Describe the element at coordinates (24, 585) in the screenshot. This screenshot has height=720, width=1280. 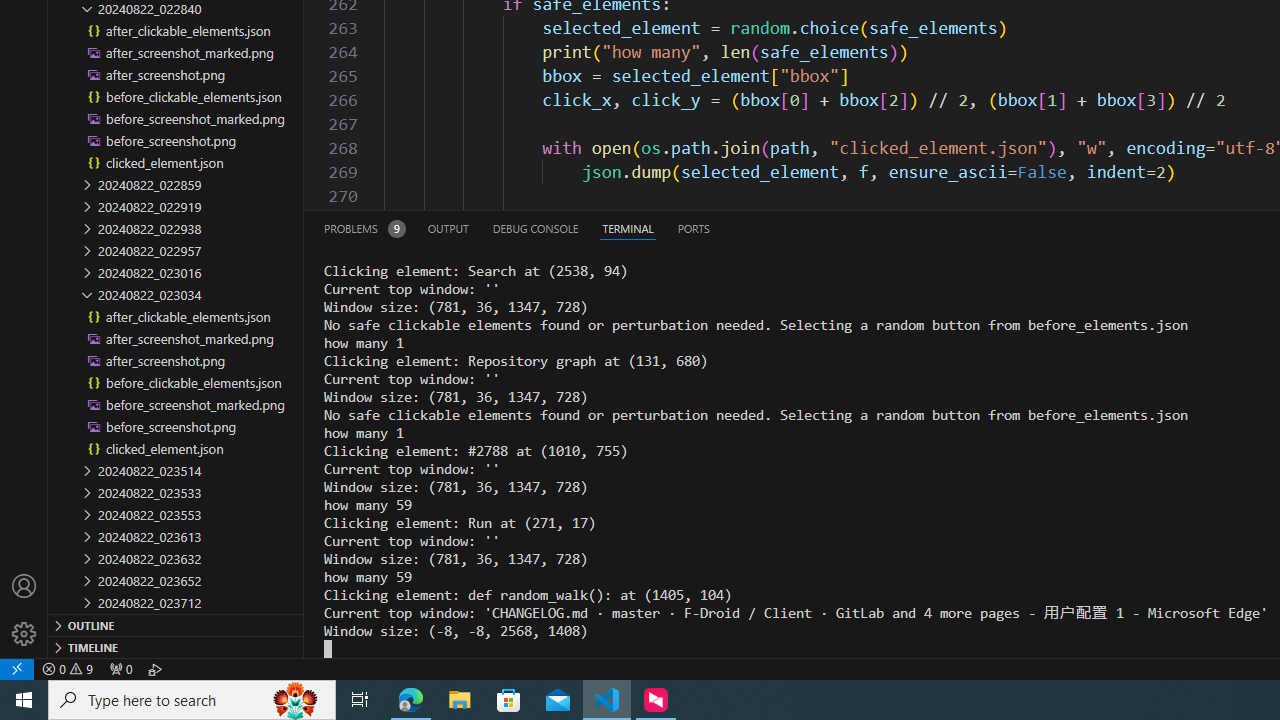
I see `'Accounts'` at that location.